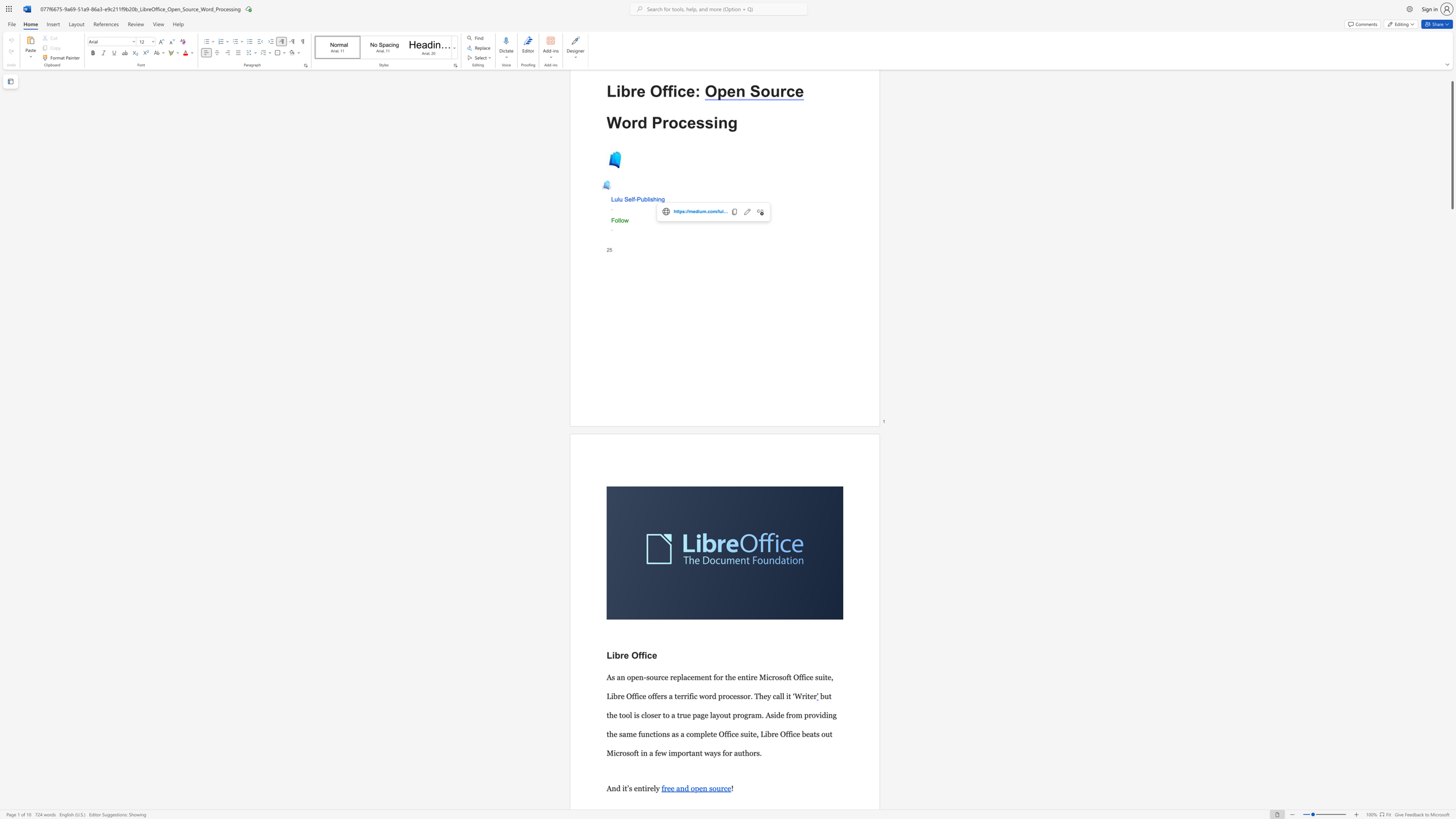  I want to click on the 11th character "r" in the text, so click(755, 753).